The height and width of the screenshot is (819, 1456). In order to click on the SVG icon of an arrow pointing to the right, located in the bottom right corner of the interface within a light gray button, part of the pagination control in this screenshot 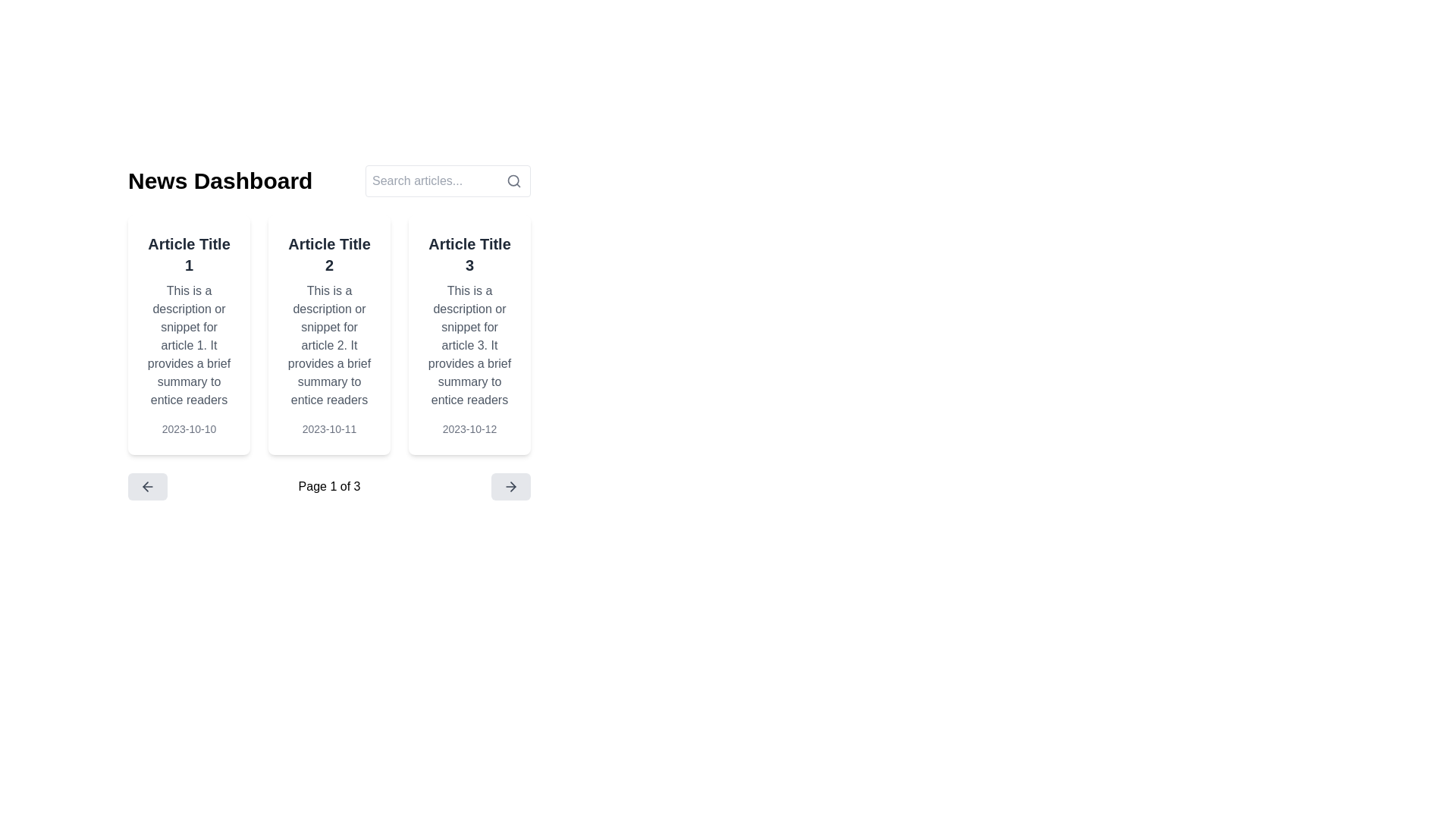, I will do `click(510, 486)`.